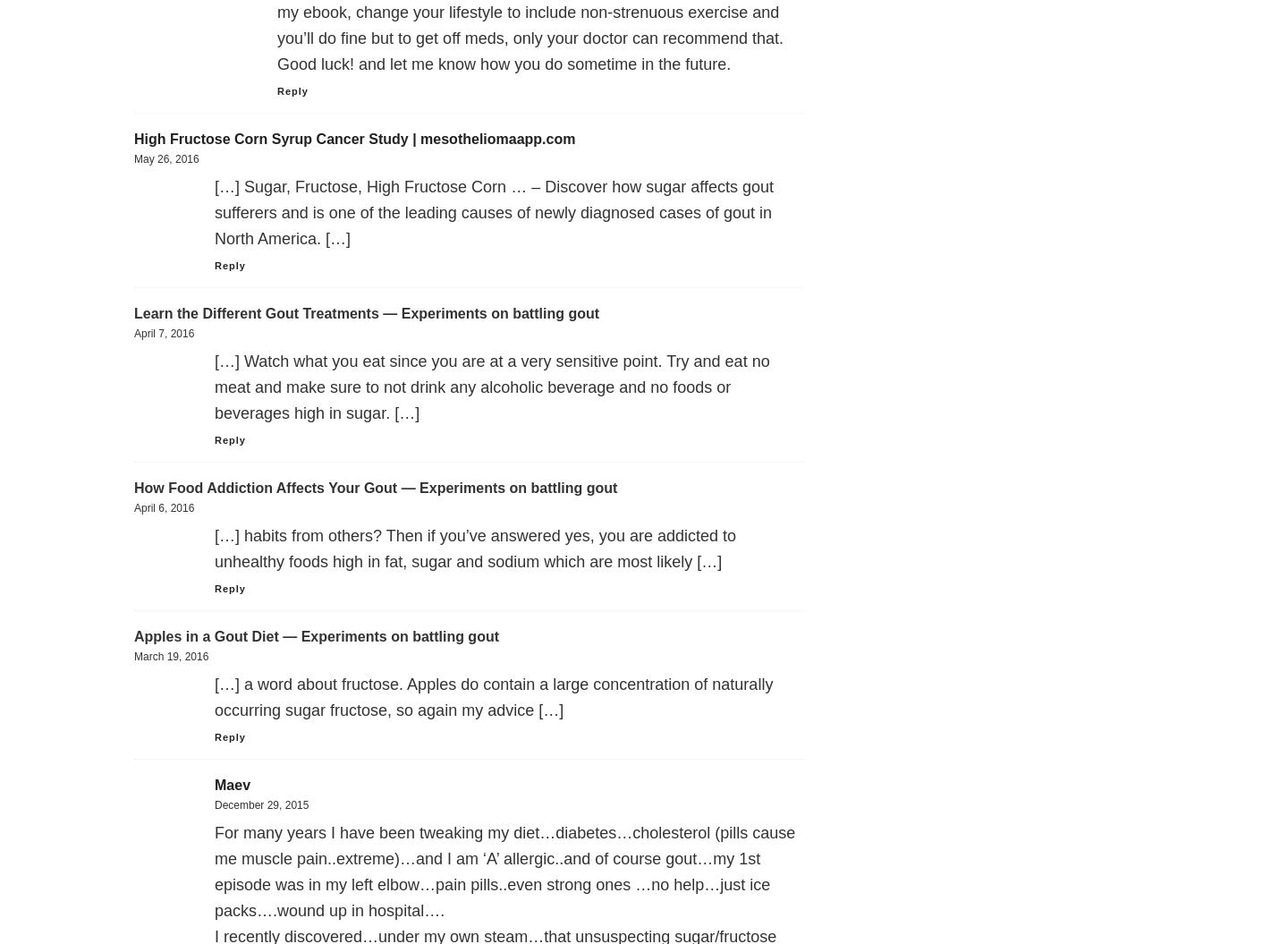 This screenshot has width=1288, height=944. Describe the element at coordinates (473, 549) in the screenshot. I see `'[…] habits from others? Then if you’ve answered yes, you are addicted to unhealthy foods high in fat, sugar and sodium which are most likely […]'` at that location.